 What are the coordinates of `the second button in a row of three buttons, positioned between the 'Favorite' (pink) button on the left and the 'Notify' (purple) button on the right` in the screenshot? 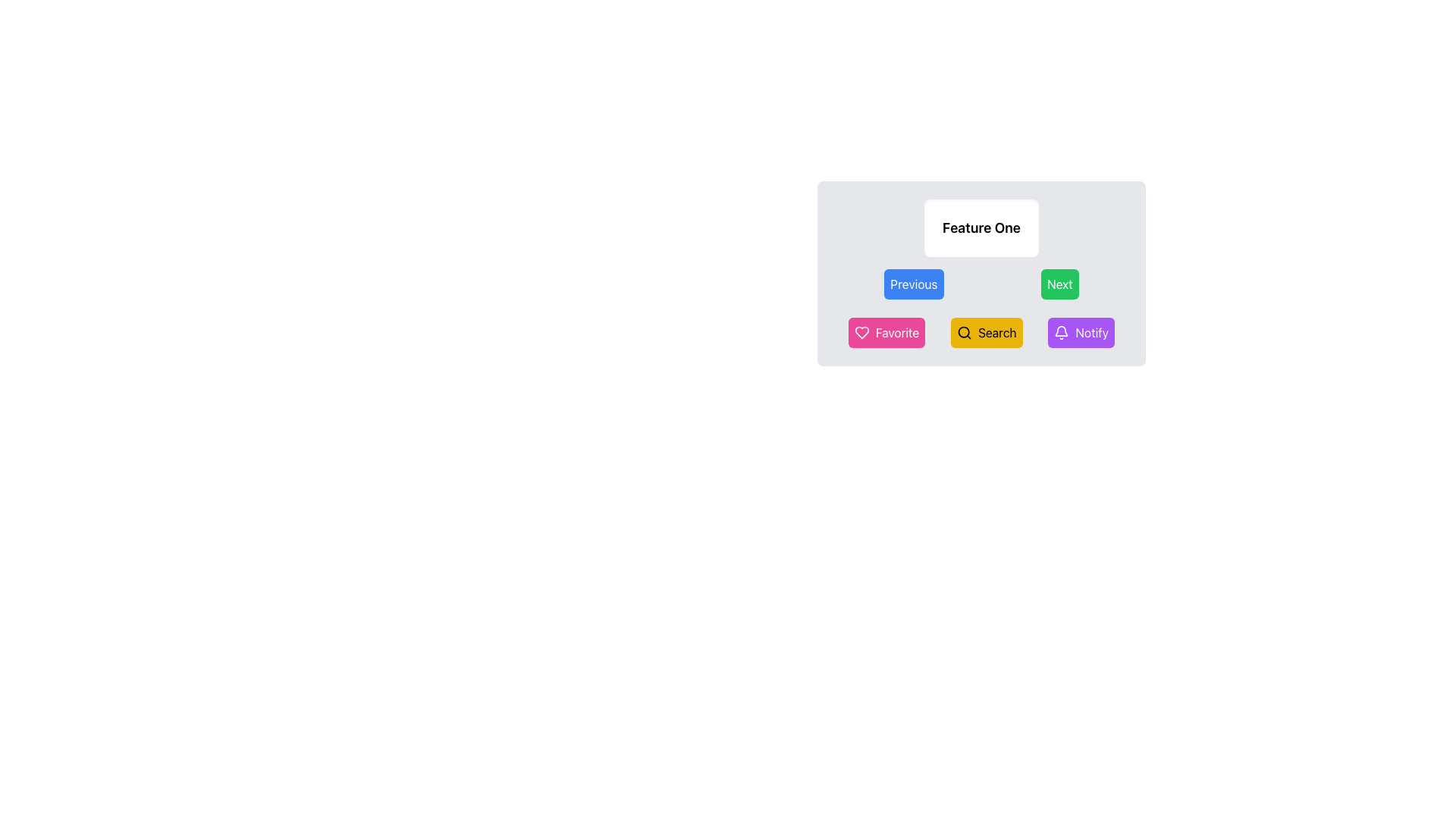 It's located at (987, 332).